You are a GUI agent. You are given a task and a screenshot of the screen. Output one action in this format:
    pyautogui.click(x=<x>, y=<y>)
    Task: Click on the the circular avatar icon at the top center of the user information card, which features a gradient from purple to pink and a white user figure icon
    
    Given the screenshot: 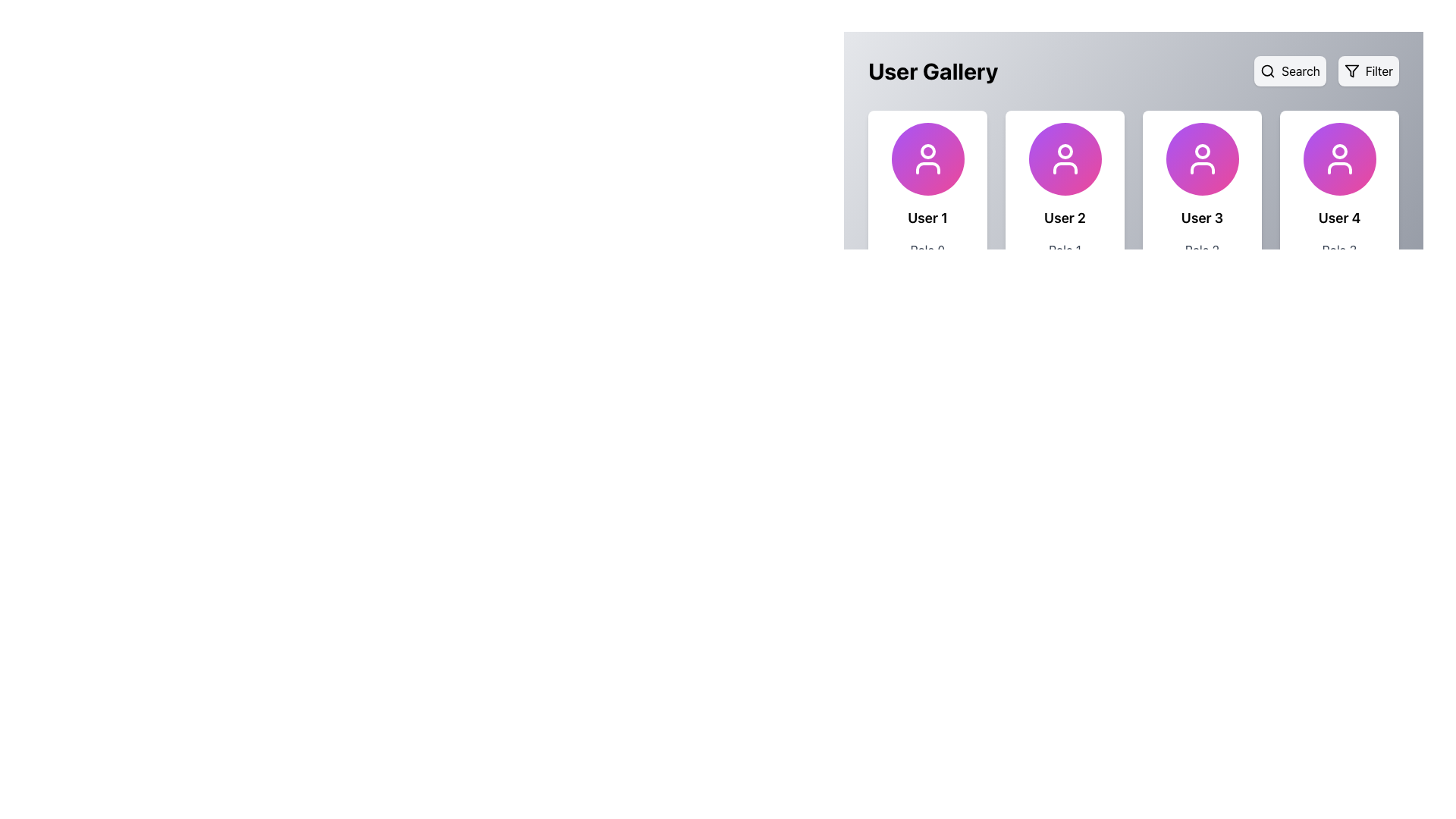 What is the action you would take?
    pyautogui.click(x=1201, y=158)
    